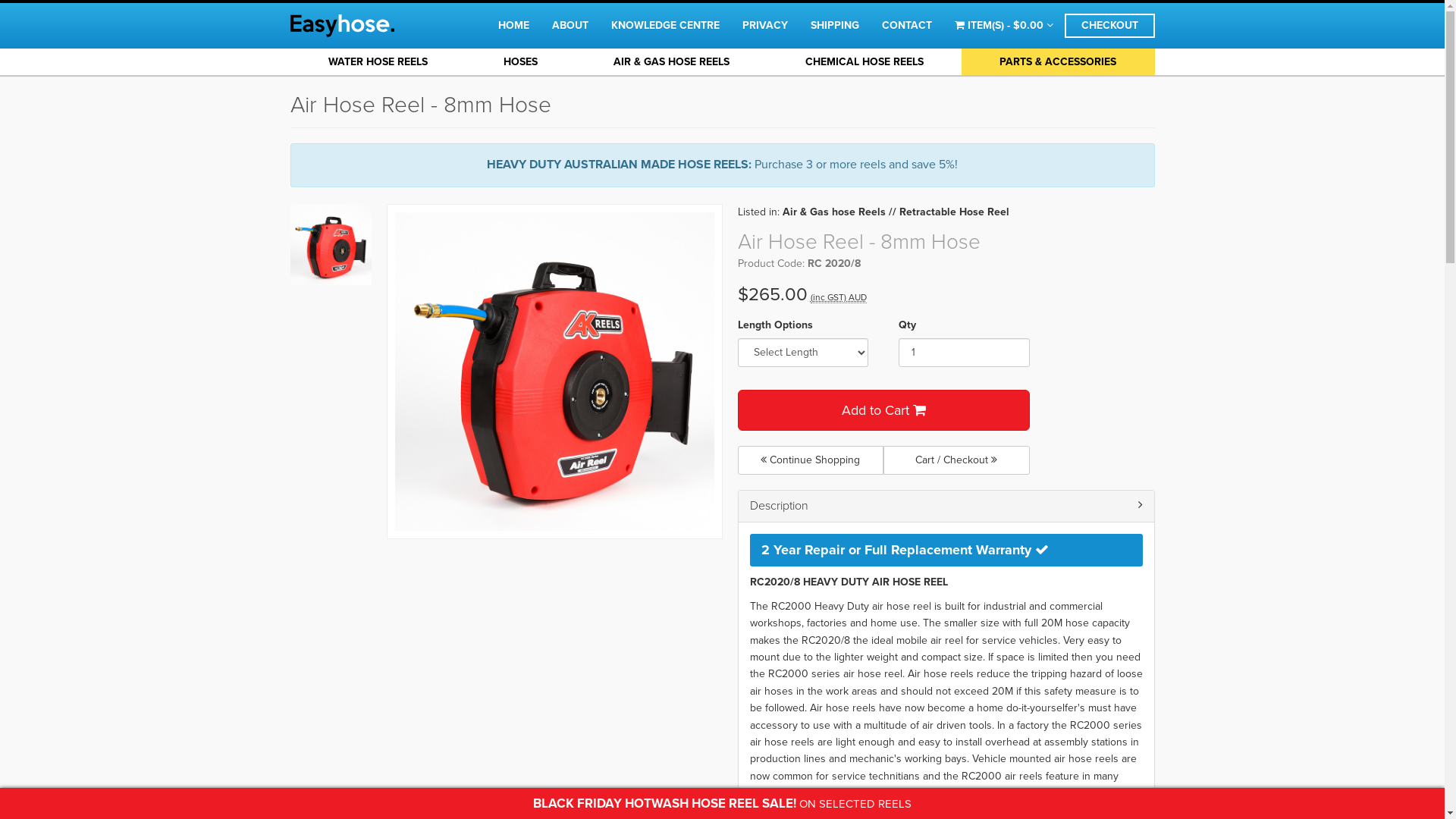 Image resolution: width=1456 pixels, height=819 pixels. Describe the element at coordinates (377, 61) in the screenshot. I see `'WATER HOSE REELS'` at that location.